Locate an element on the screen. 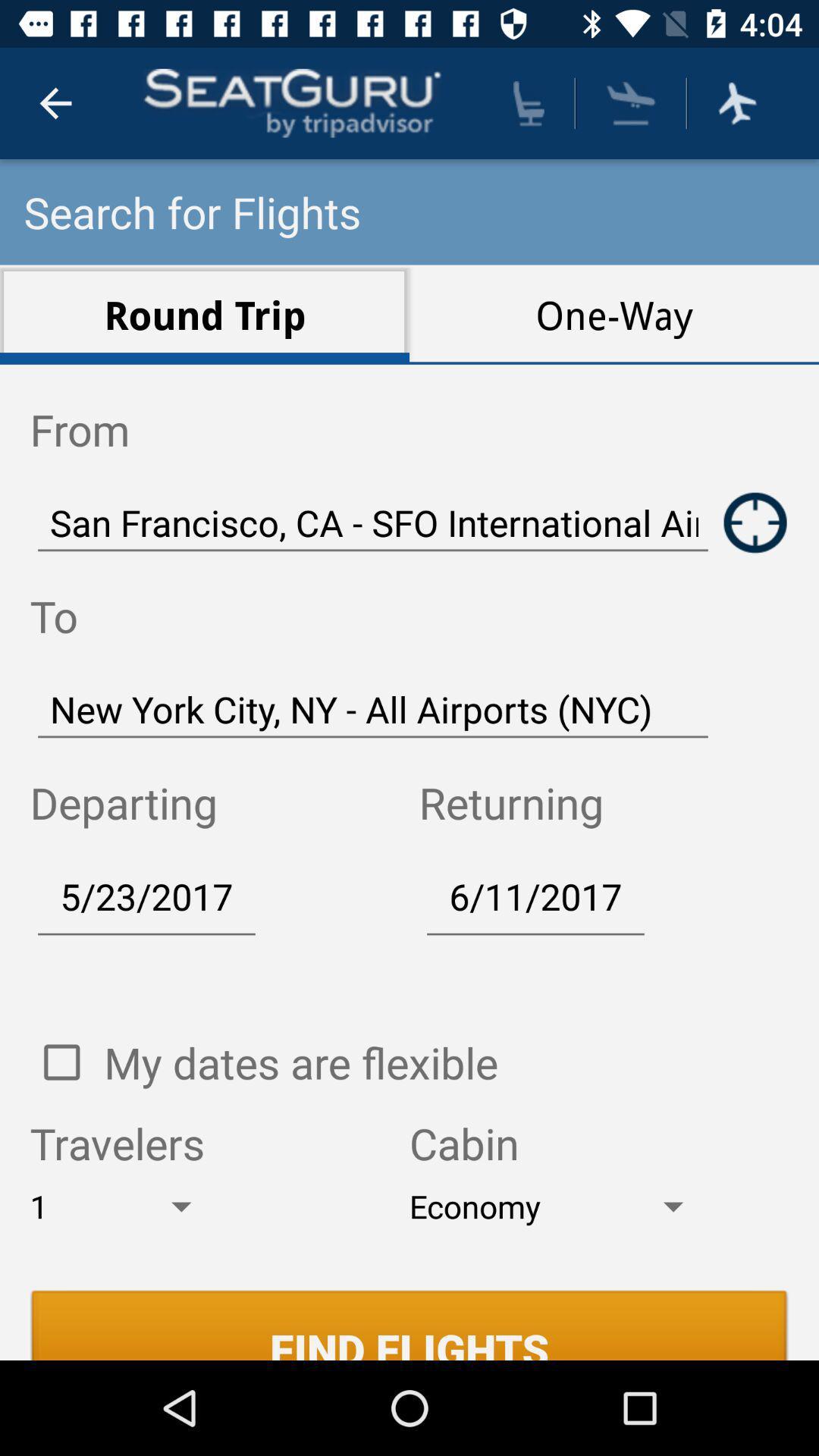 Image resolution: width=819 pixels, height=1456 pixels. departing airport is located at coordinates (755, 522).